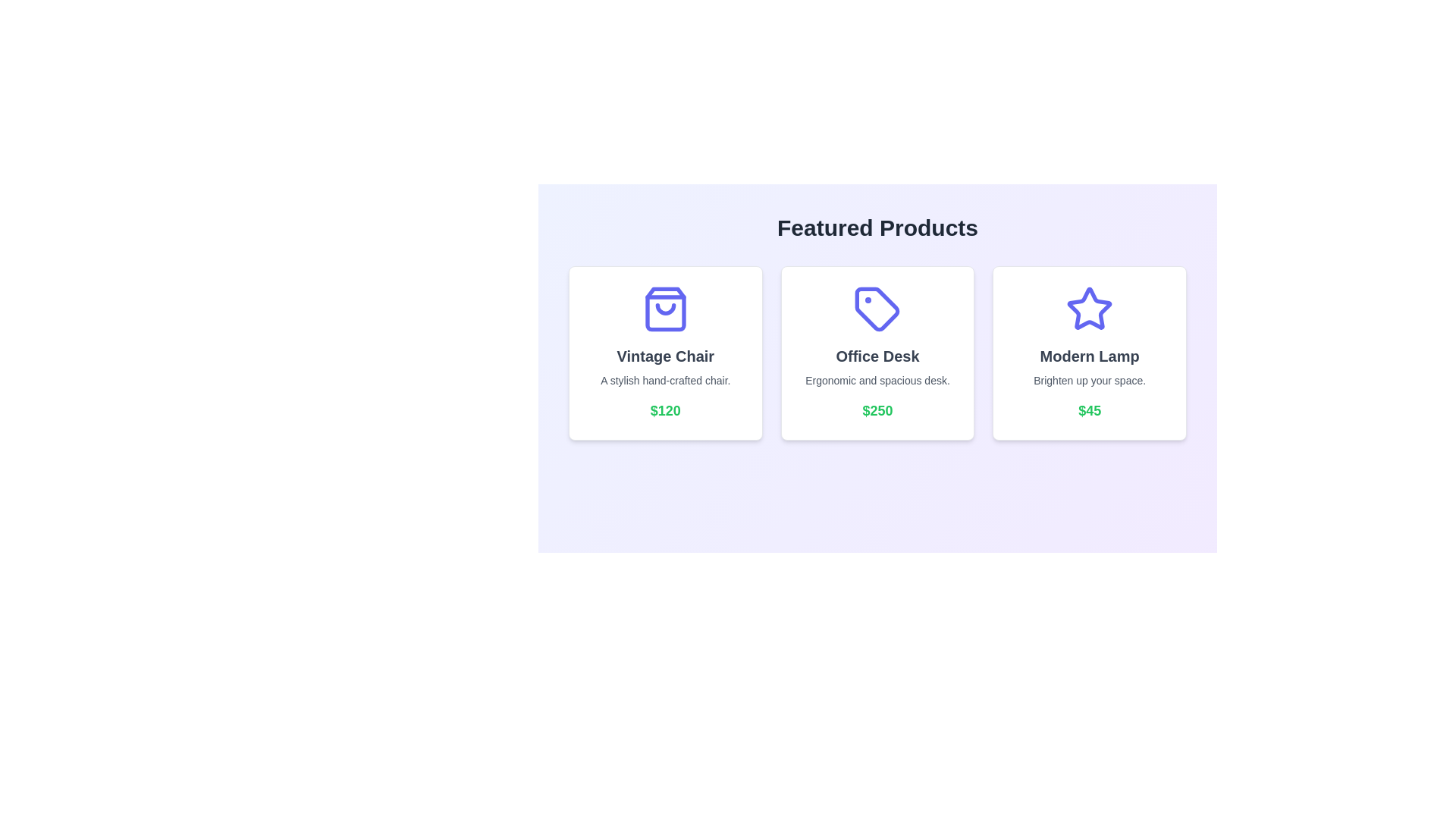  What do you see at coordinates (877, 227) in the screenshot?
I see `the heading text that indicates the section's content for products to check for cursor changes` at bounding box center [877, 227].